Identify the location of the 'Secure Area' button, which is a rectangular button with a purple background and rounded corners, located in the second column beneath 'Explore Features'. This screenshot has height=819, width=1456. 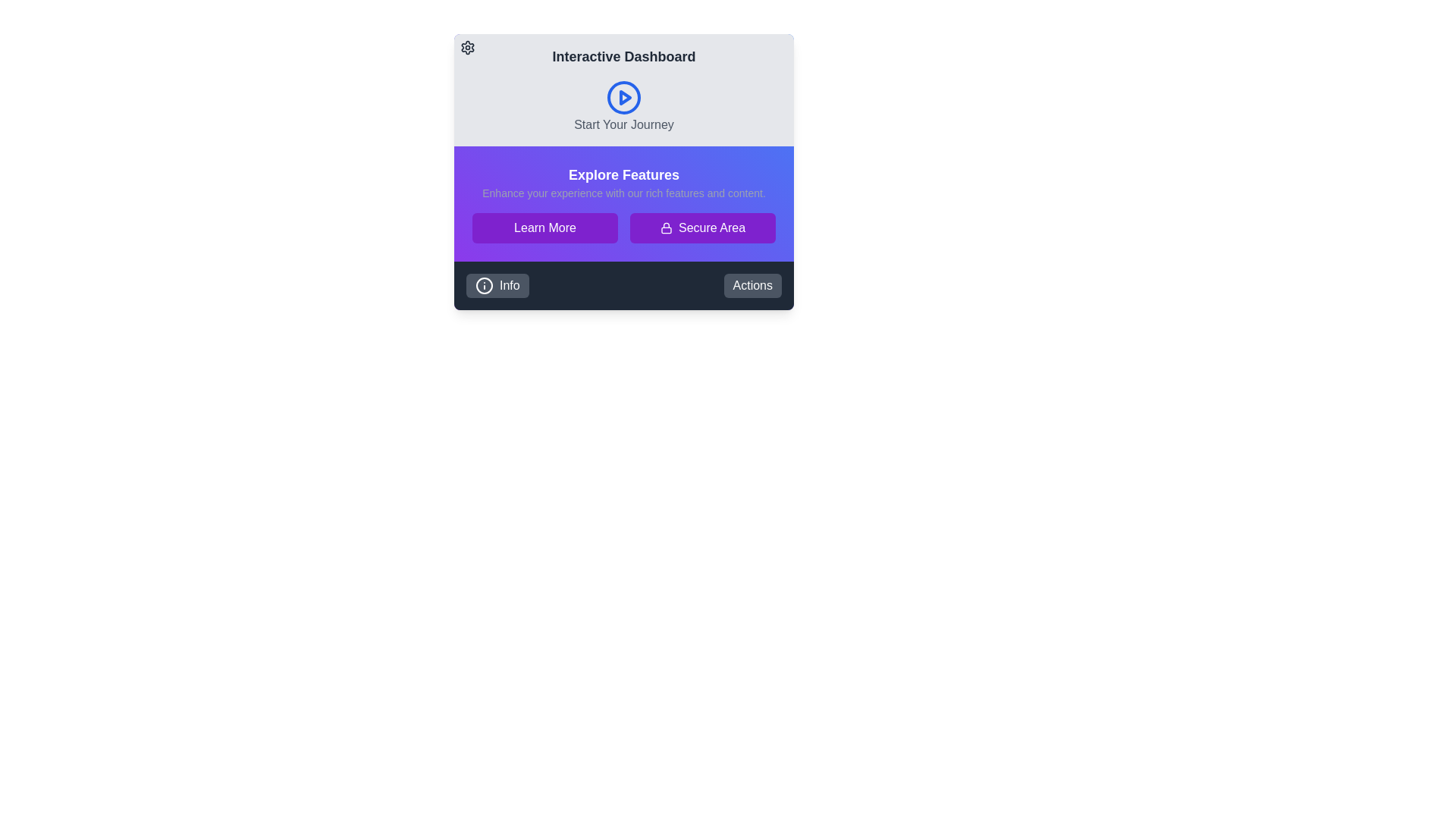
(701, 227).